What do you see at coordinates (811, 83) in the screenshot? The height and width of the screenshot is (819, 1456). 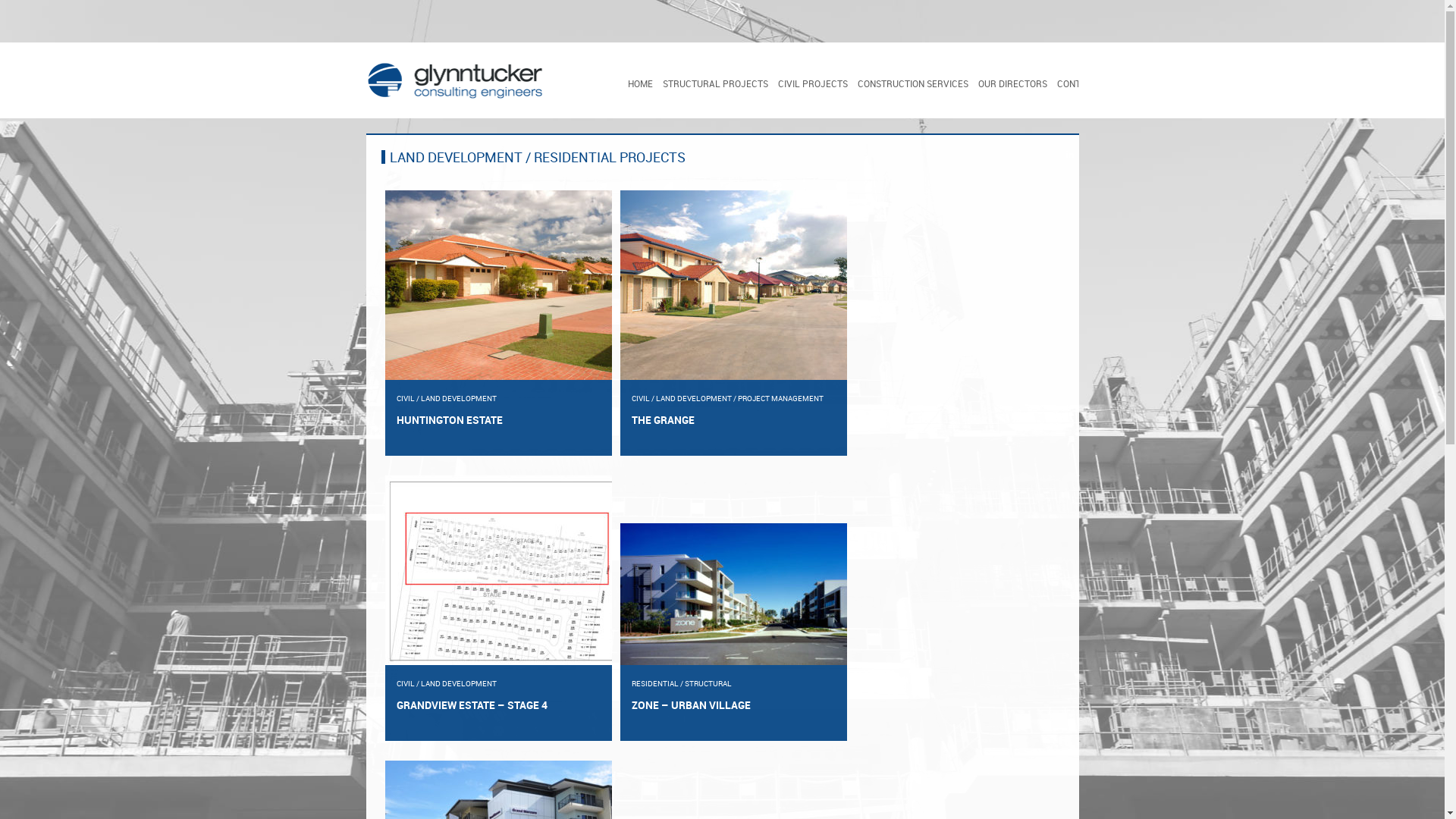 I see `'CIVIL PROJECTS'` at bounding box center [811, 83].